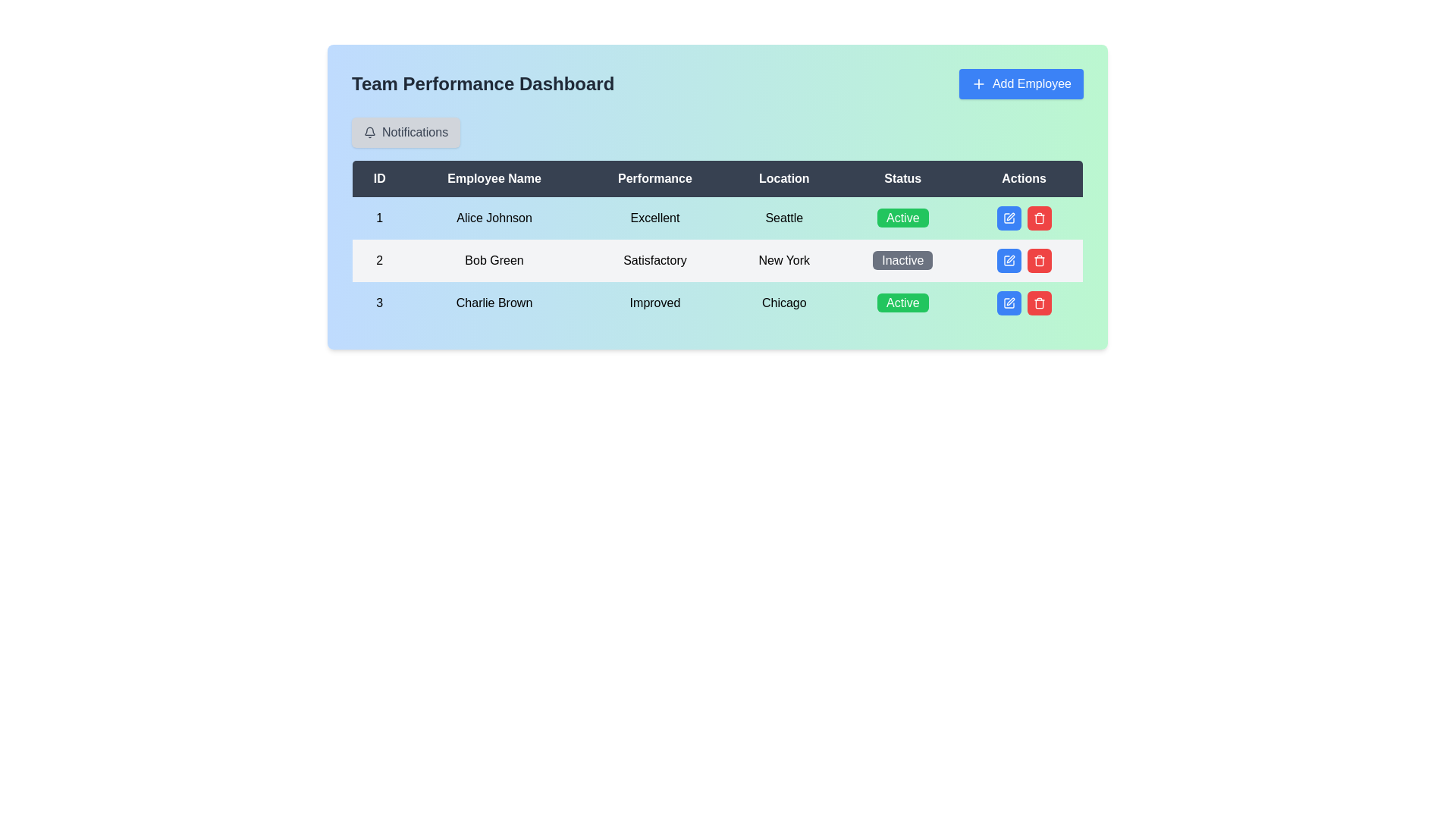 The image size is (1456, 819). Describe the element at coordinates (379, 259) in the screenshot. I see `the text label displaying the numeral '2' in the first cell of the second row under the 'ID' column of the data table` at that location.